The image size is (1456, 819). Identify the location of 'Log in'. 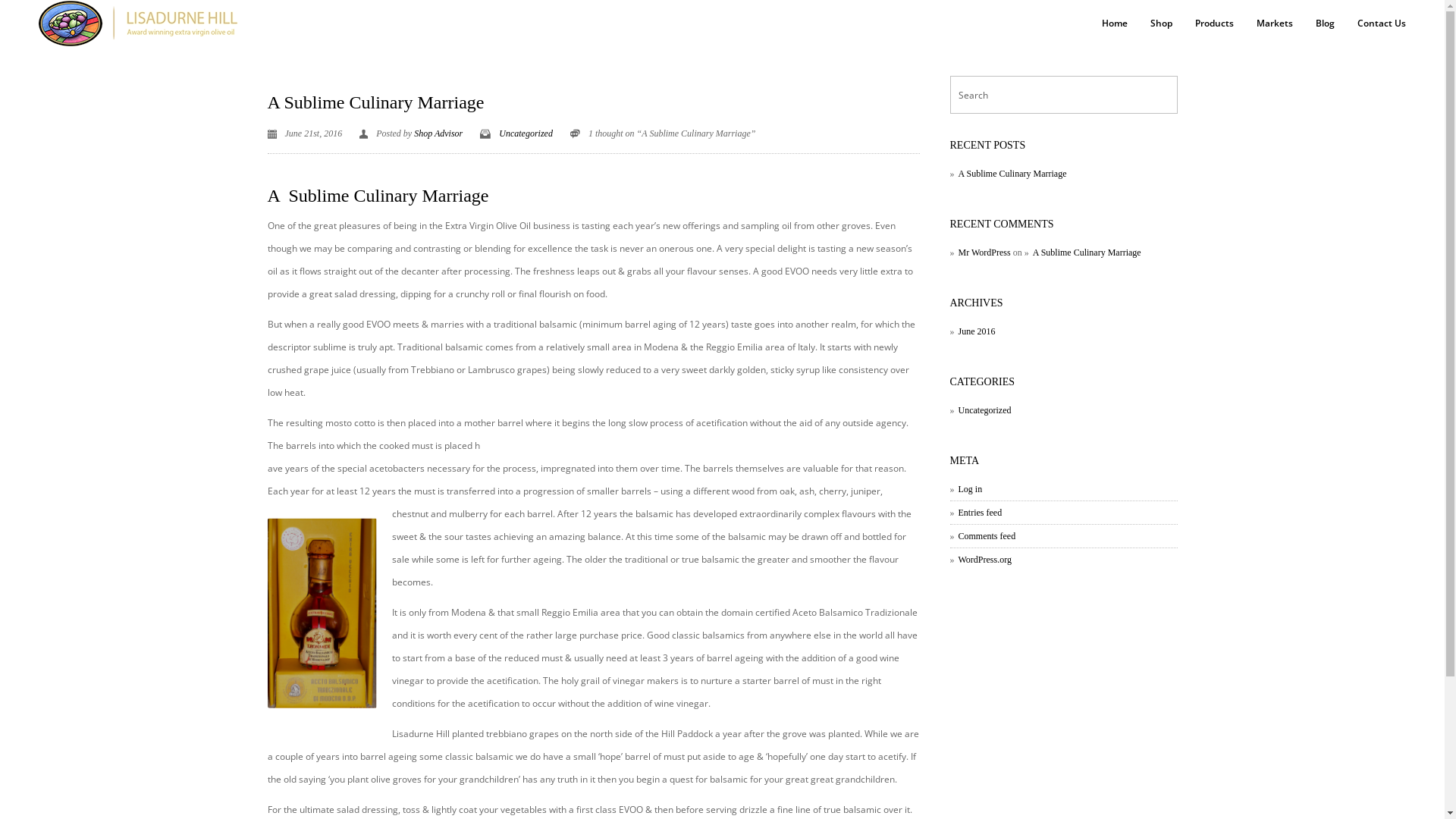
(965, 488).